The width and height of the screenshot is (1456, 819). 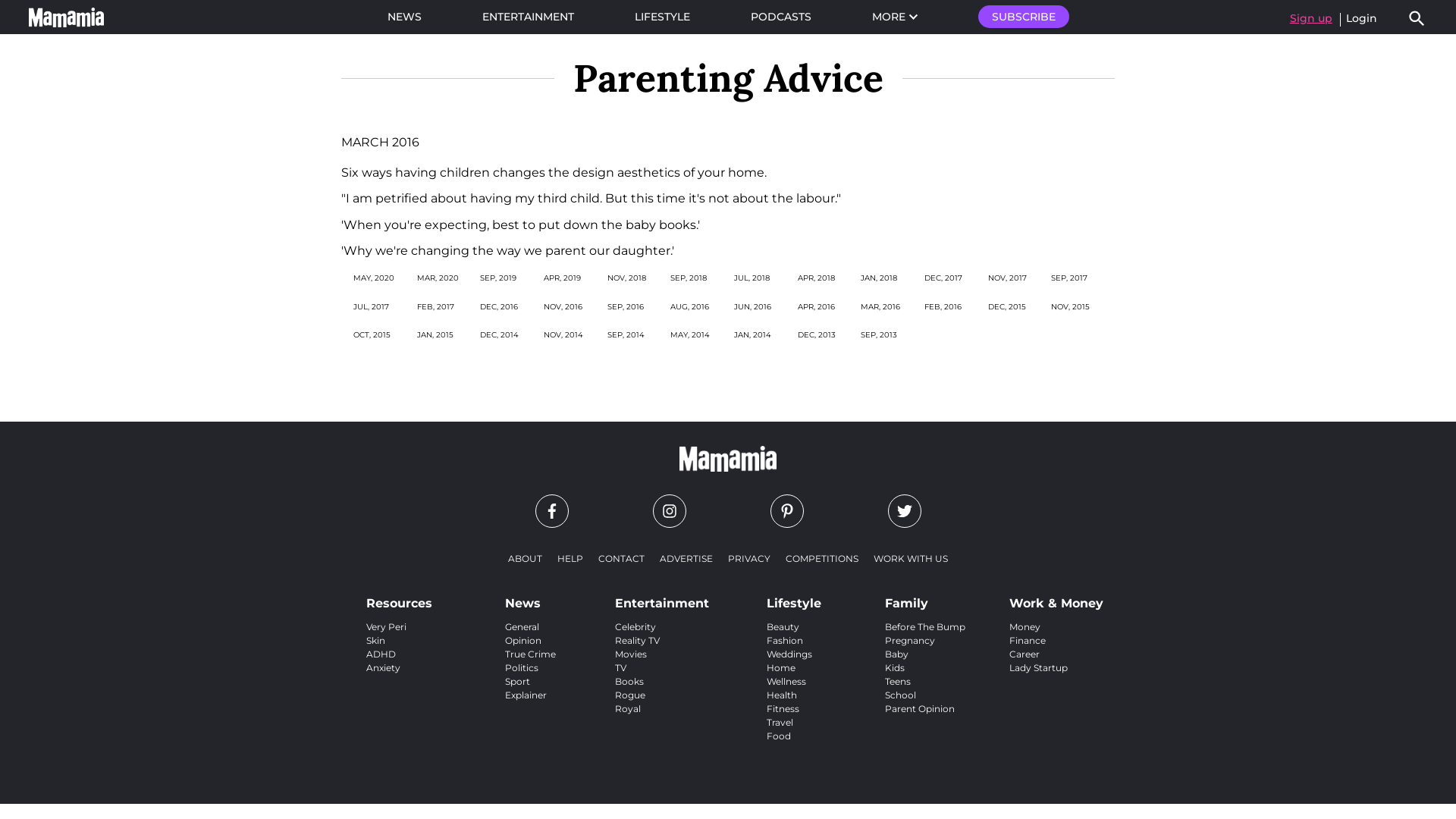 I want to click on 'Royal', so click(x=628, y=708).